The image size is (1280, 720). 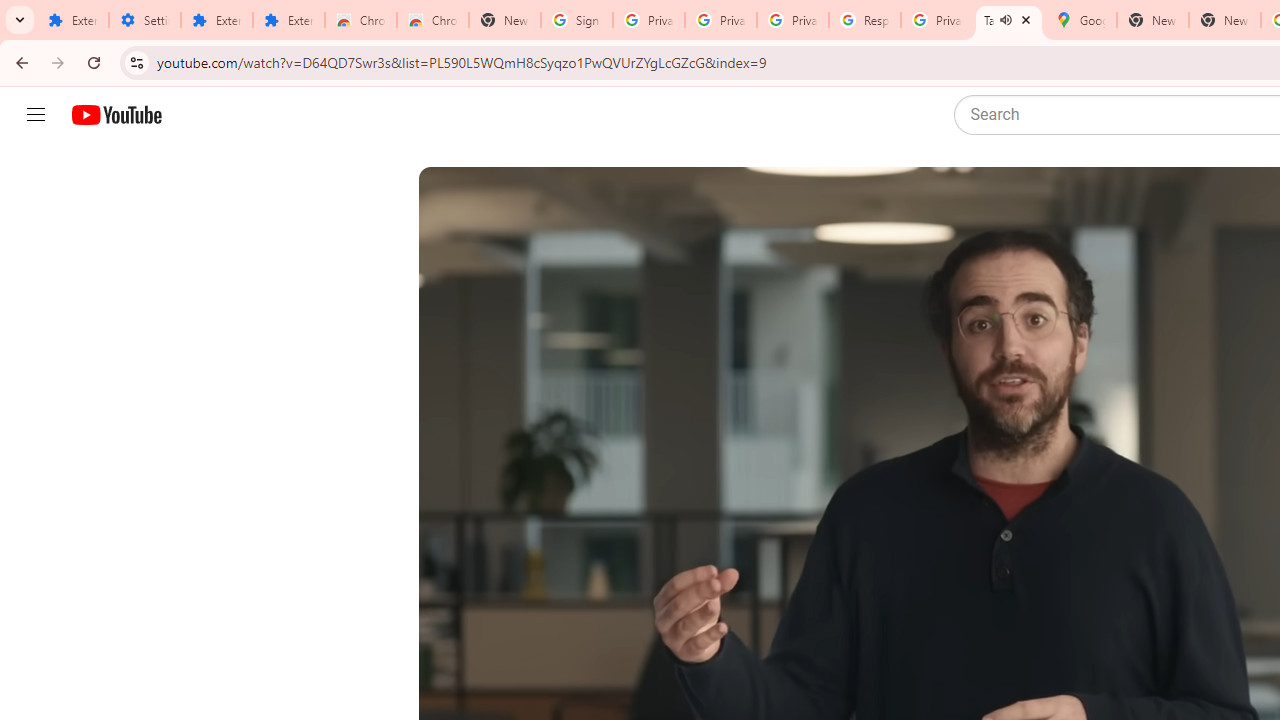 What do you see at coordinates (35, 115) in the screenshot?
I see `'Guide'` at bounding box center [35, 115].